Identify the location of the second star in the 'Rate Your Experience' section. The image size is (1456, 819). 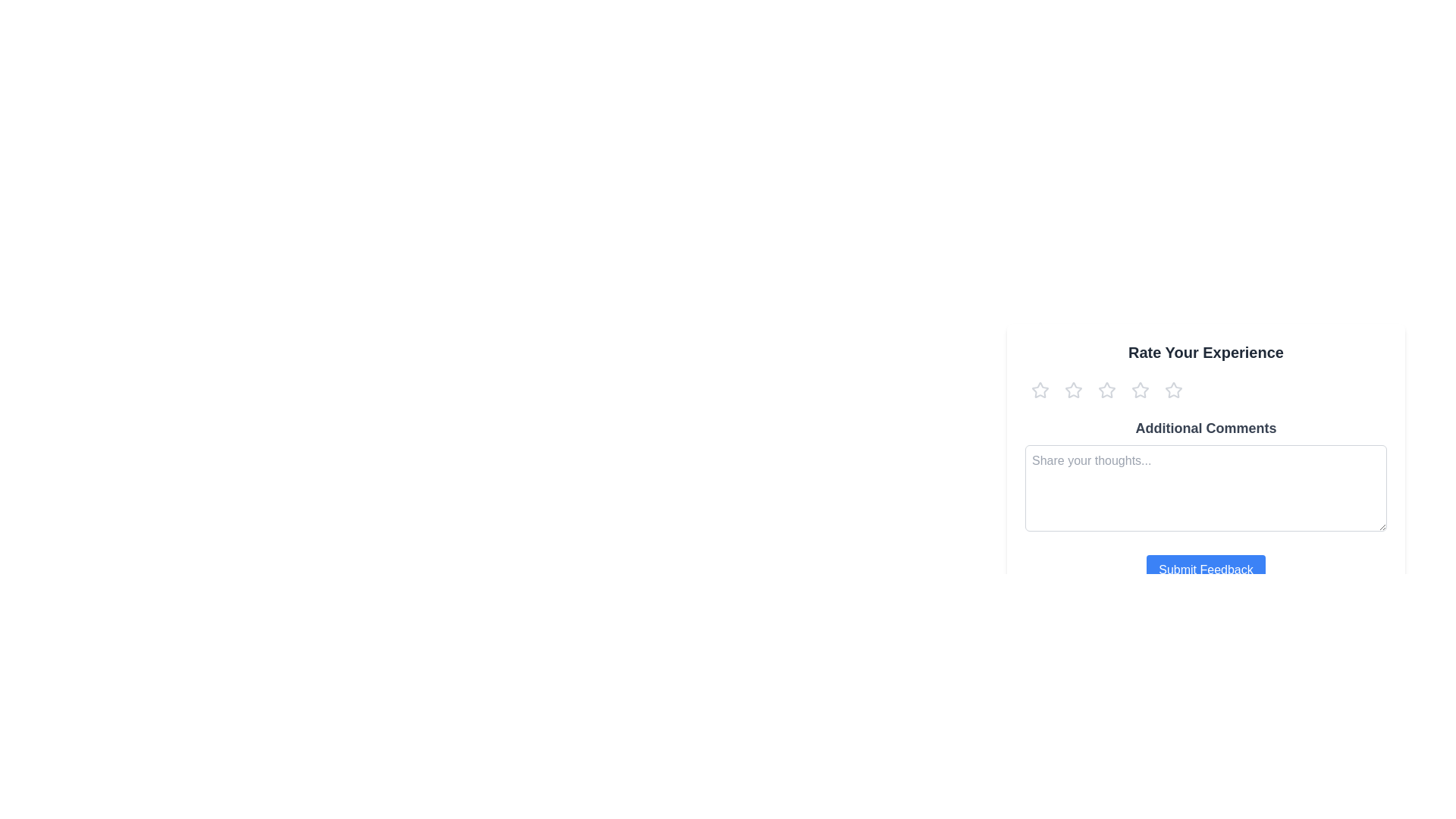
(1072, 388).